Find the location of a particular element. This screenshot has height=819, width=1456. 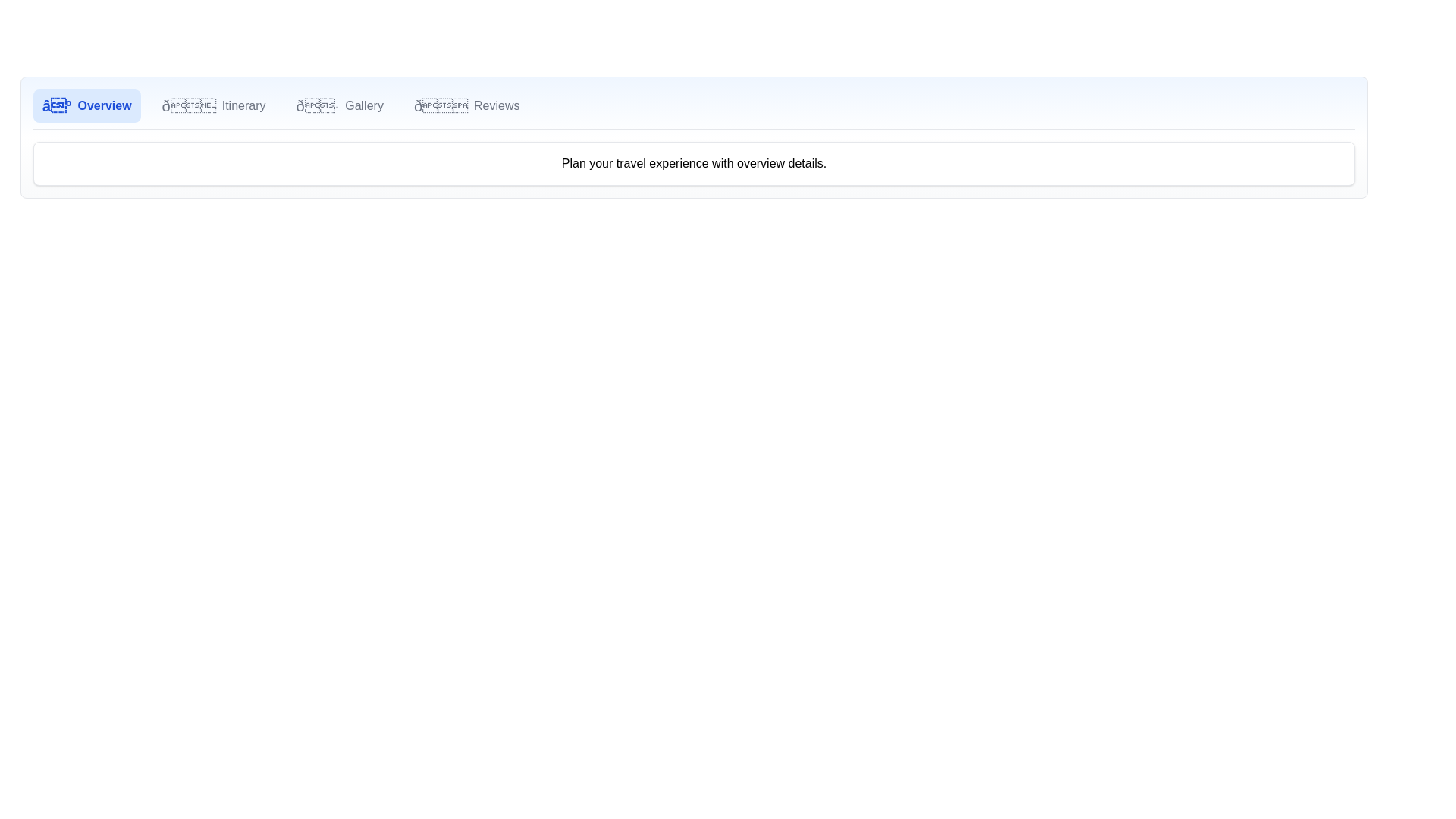

the Overview tab by clicking its corresponding button is located at coordinates (86, 105).